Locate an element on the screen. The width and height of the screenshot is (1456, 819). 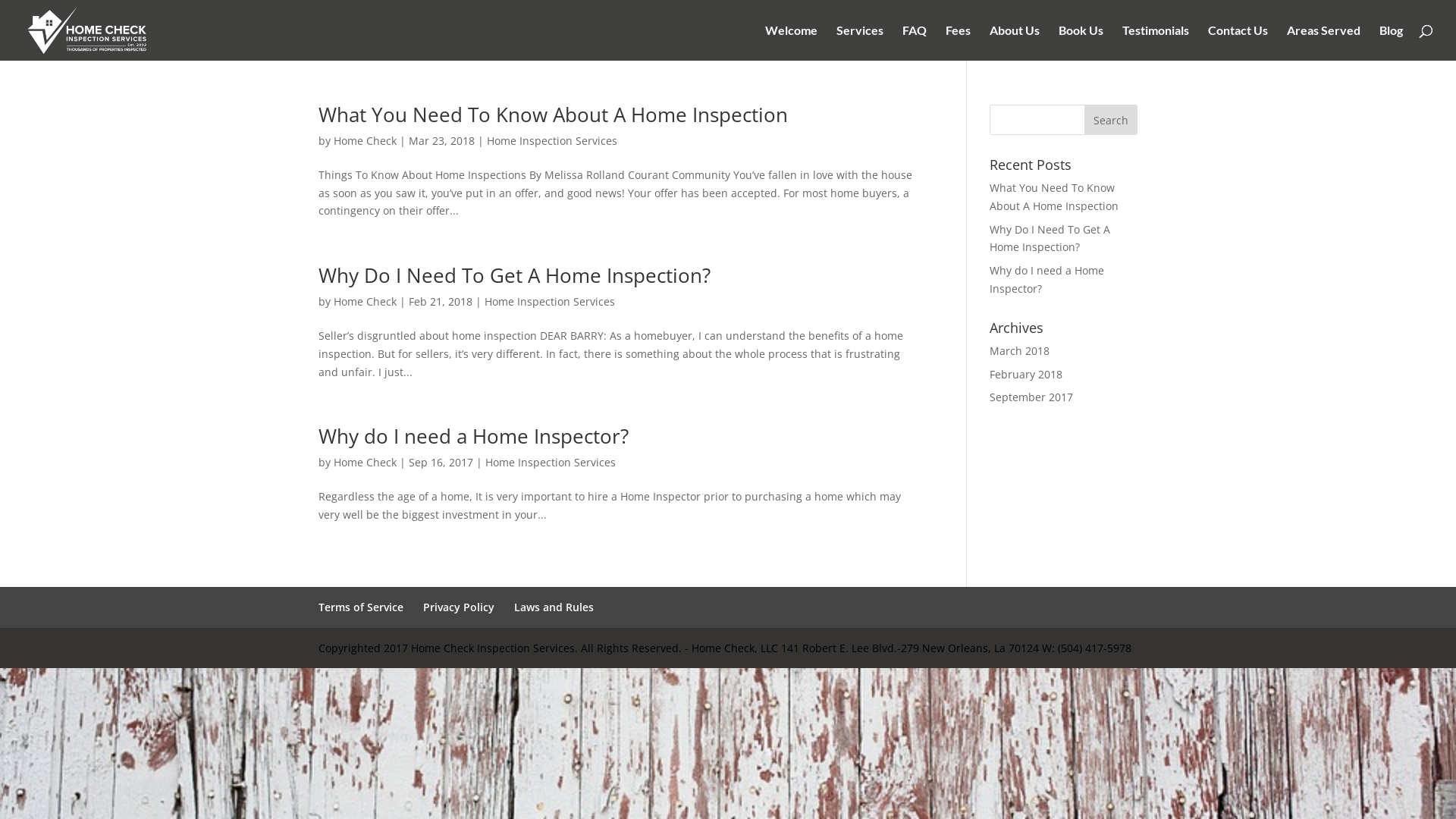
'Welcome' is located at coordinates (790, 42).